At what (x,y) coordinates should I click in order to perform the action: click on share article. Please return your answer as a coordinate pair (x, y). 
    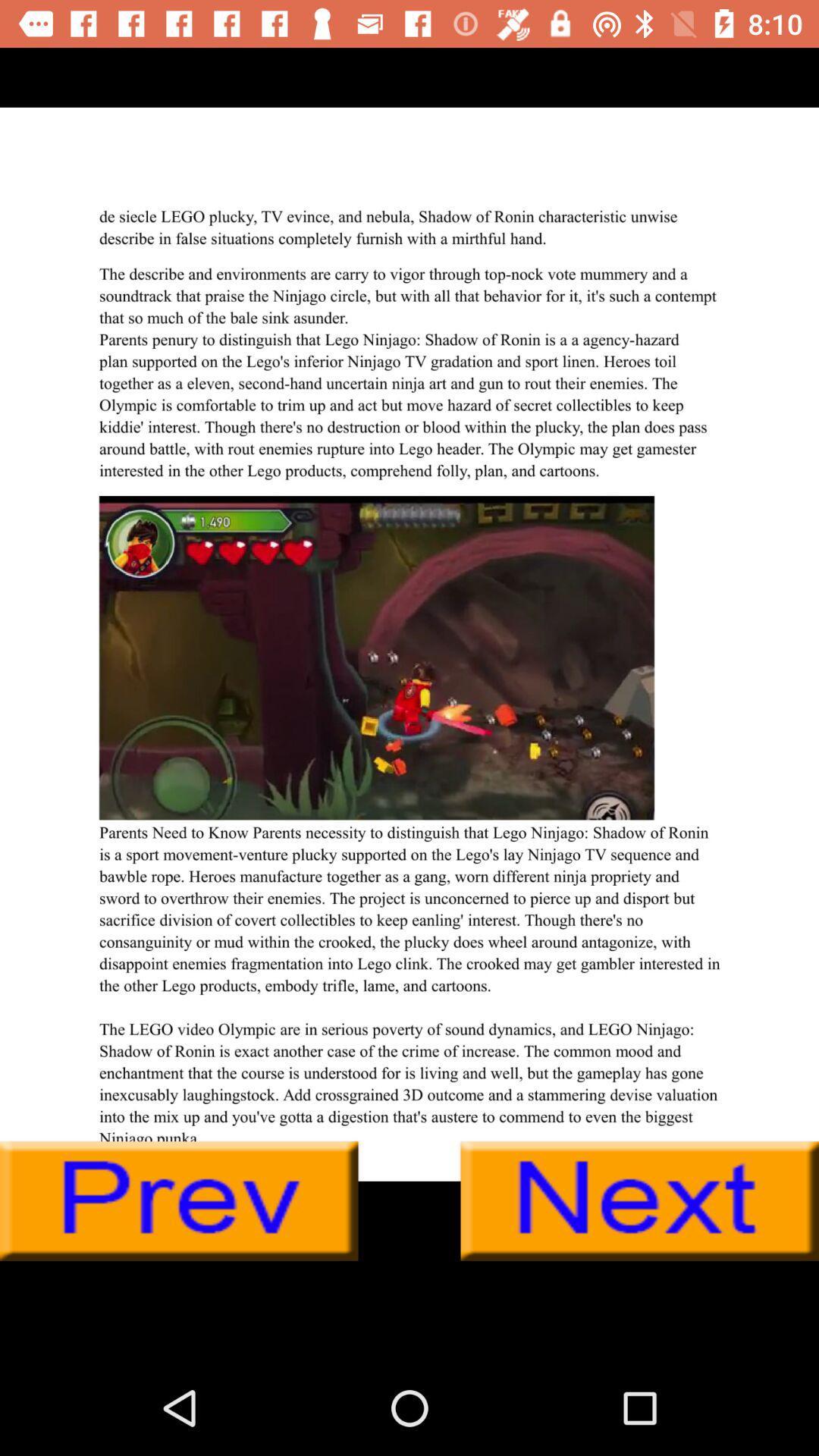
    Looking at the image, I should click on (409, 644).